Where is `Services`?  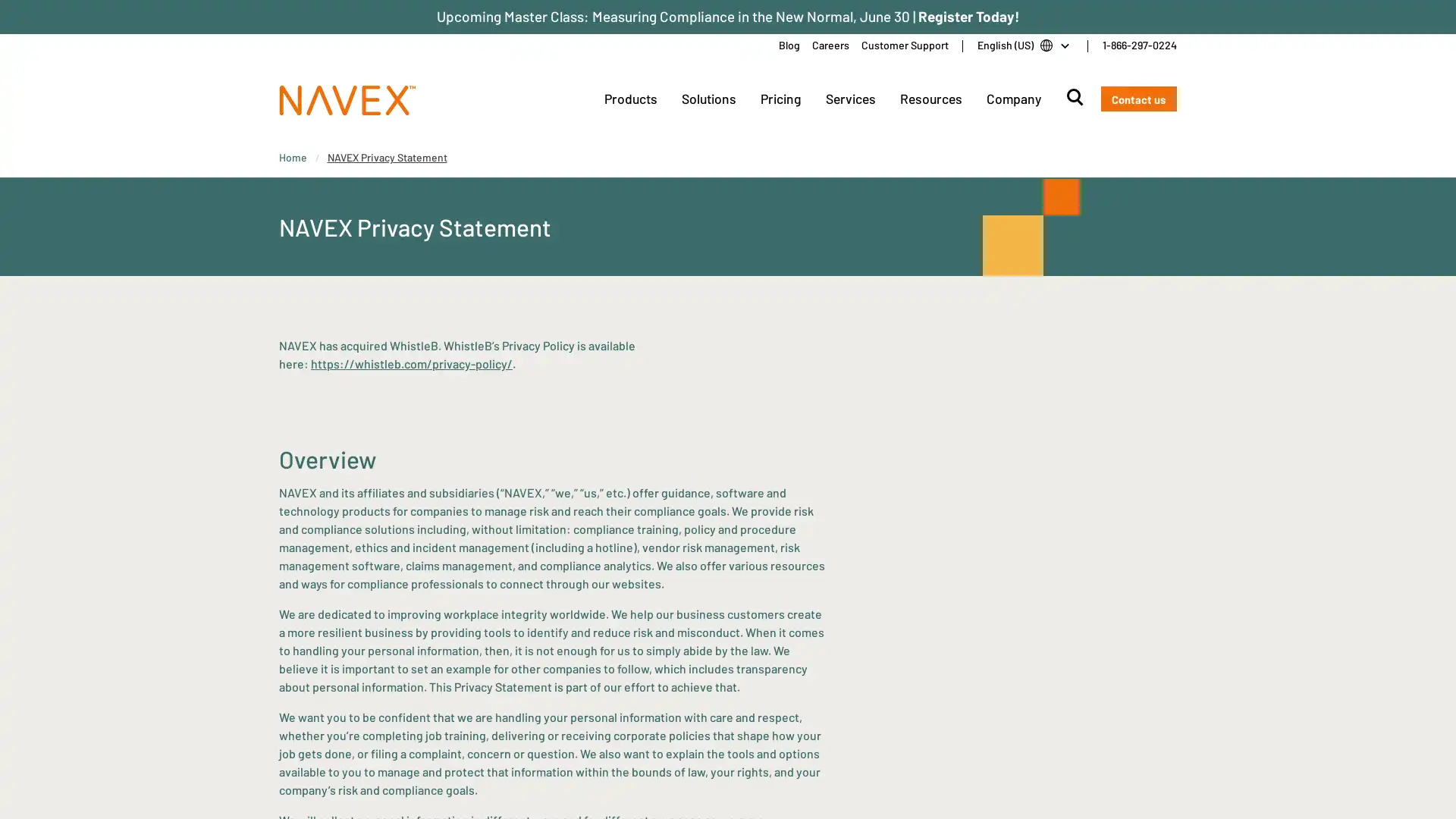 Services is located at coordinates (850, 99).